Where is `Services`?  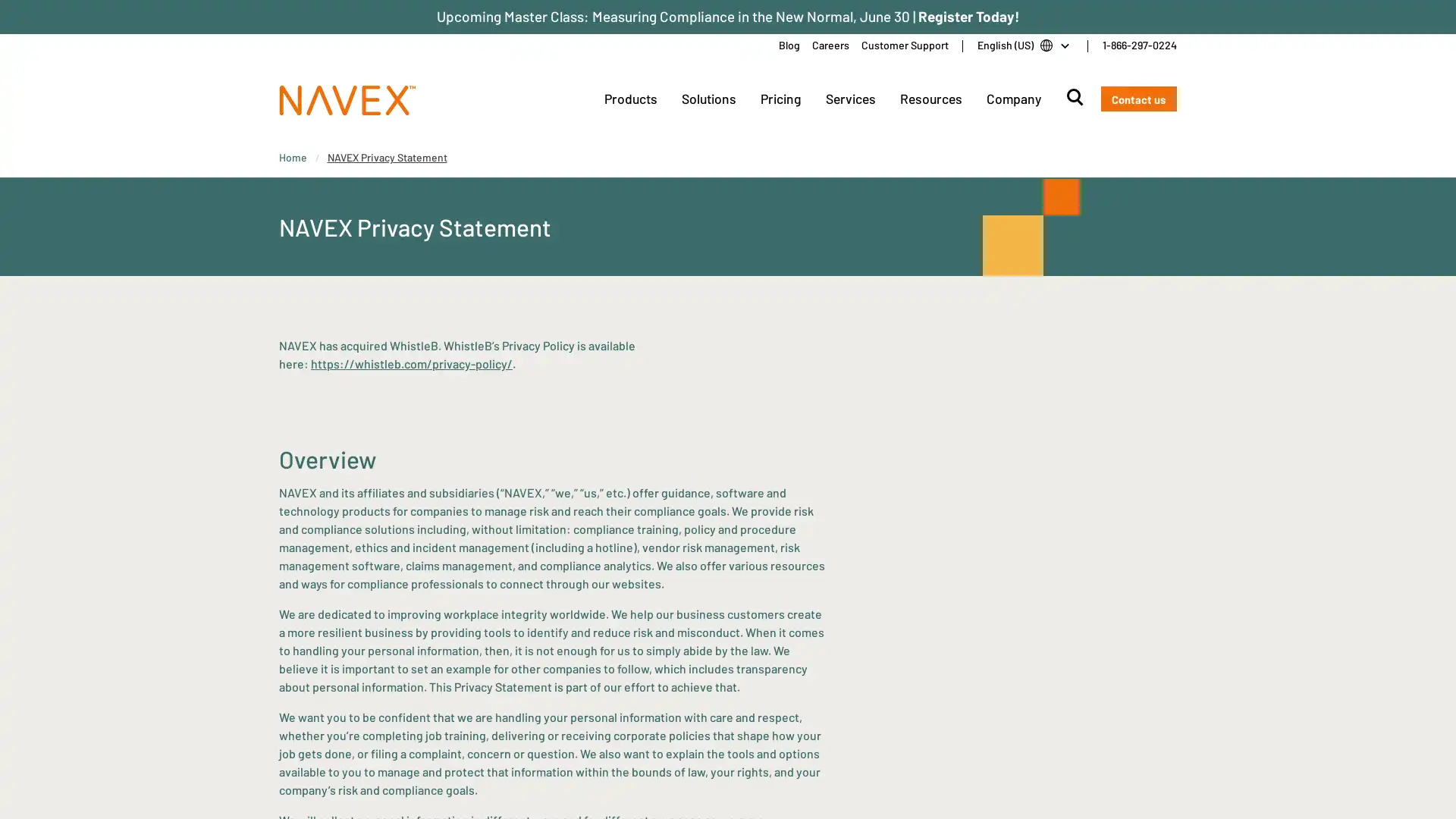 Services is located at coordinates (850, 99).